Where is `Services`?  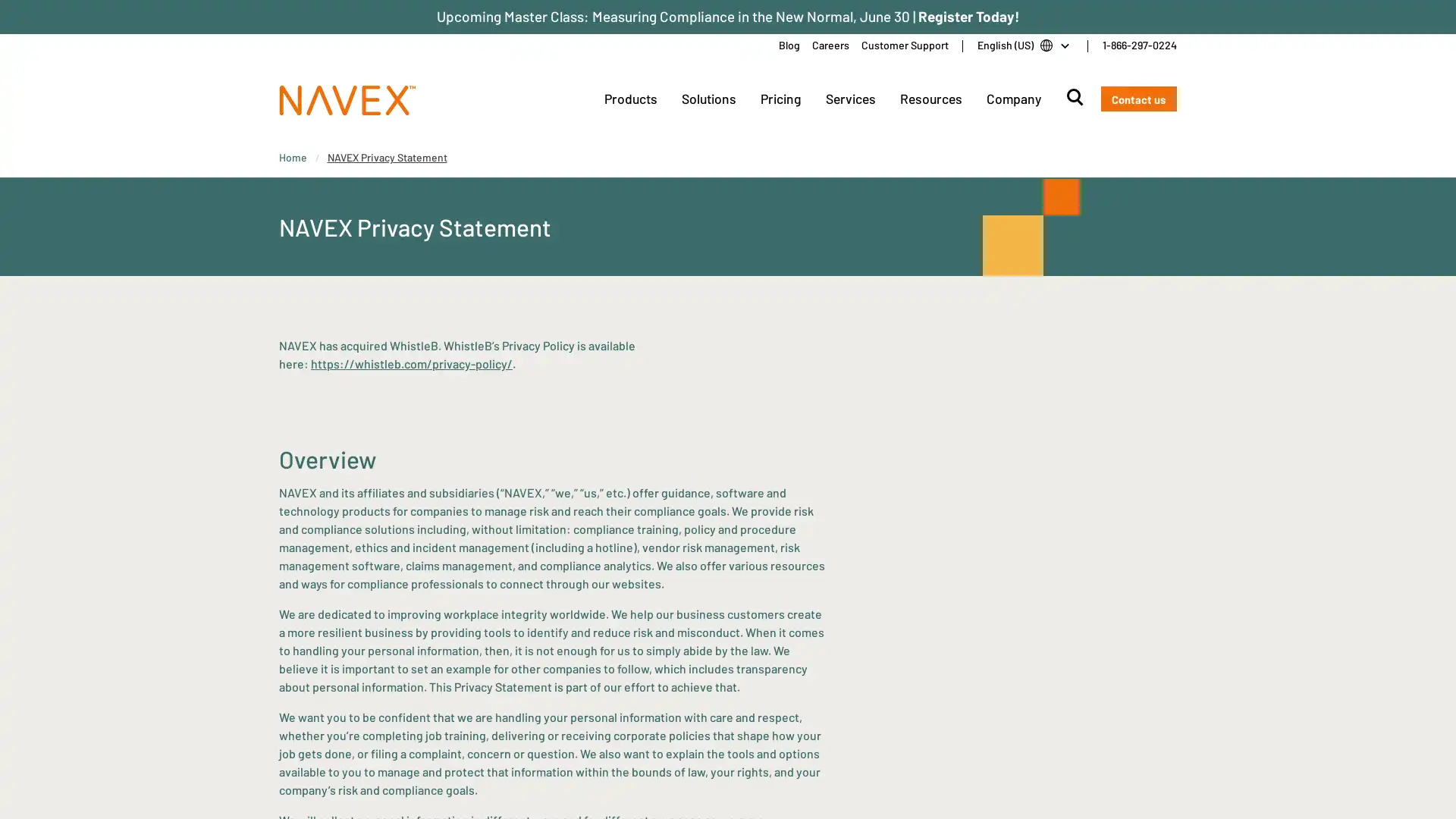 Services is located at coordinates (850, 99).